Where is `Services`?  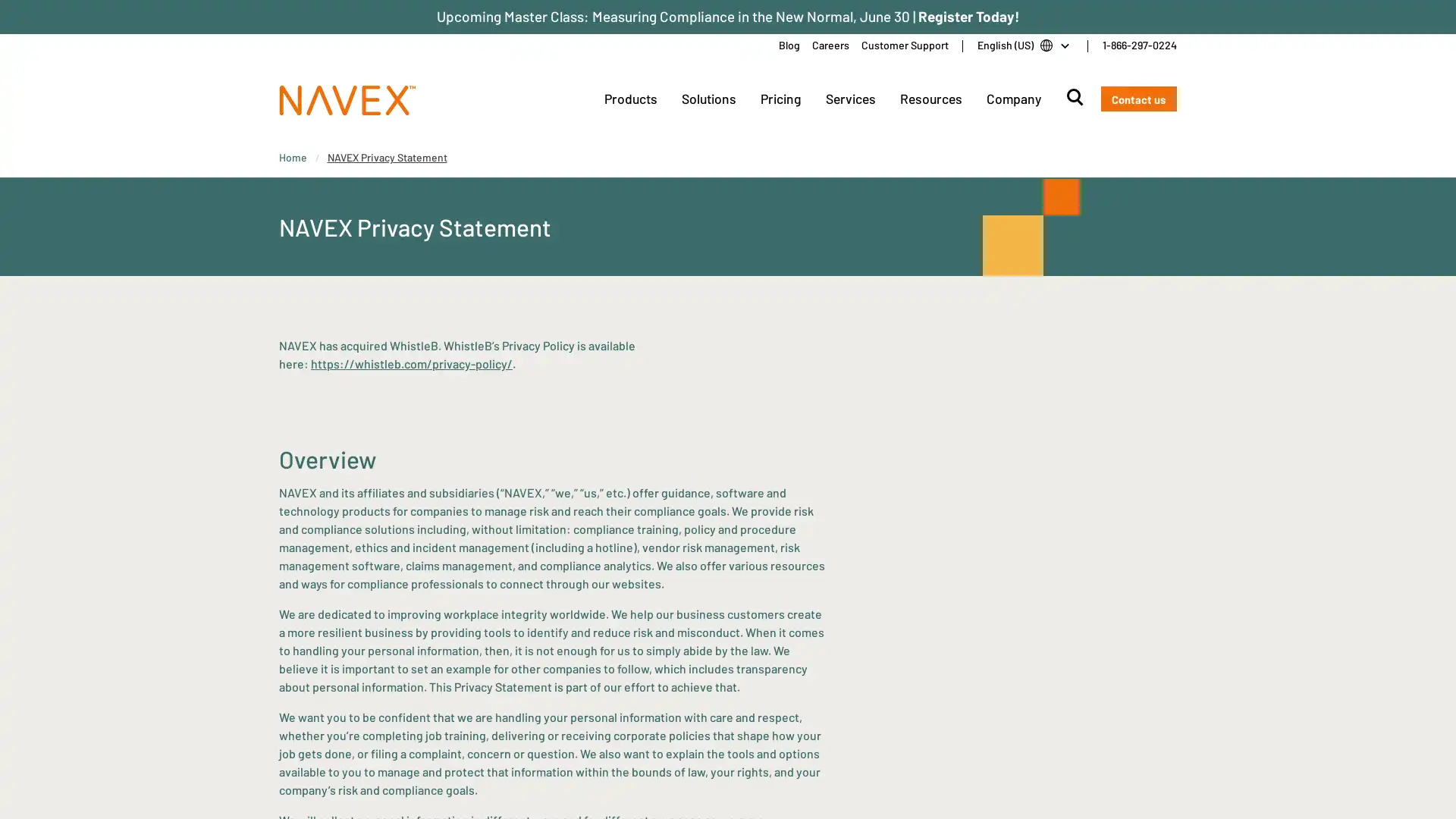 Services is located at coordinates (850, 99).